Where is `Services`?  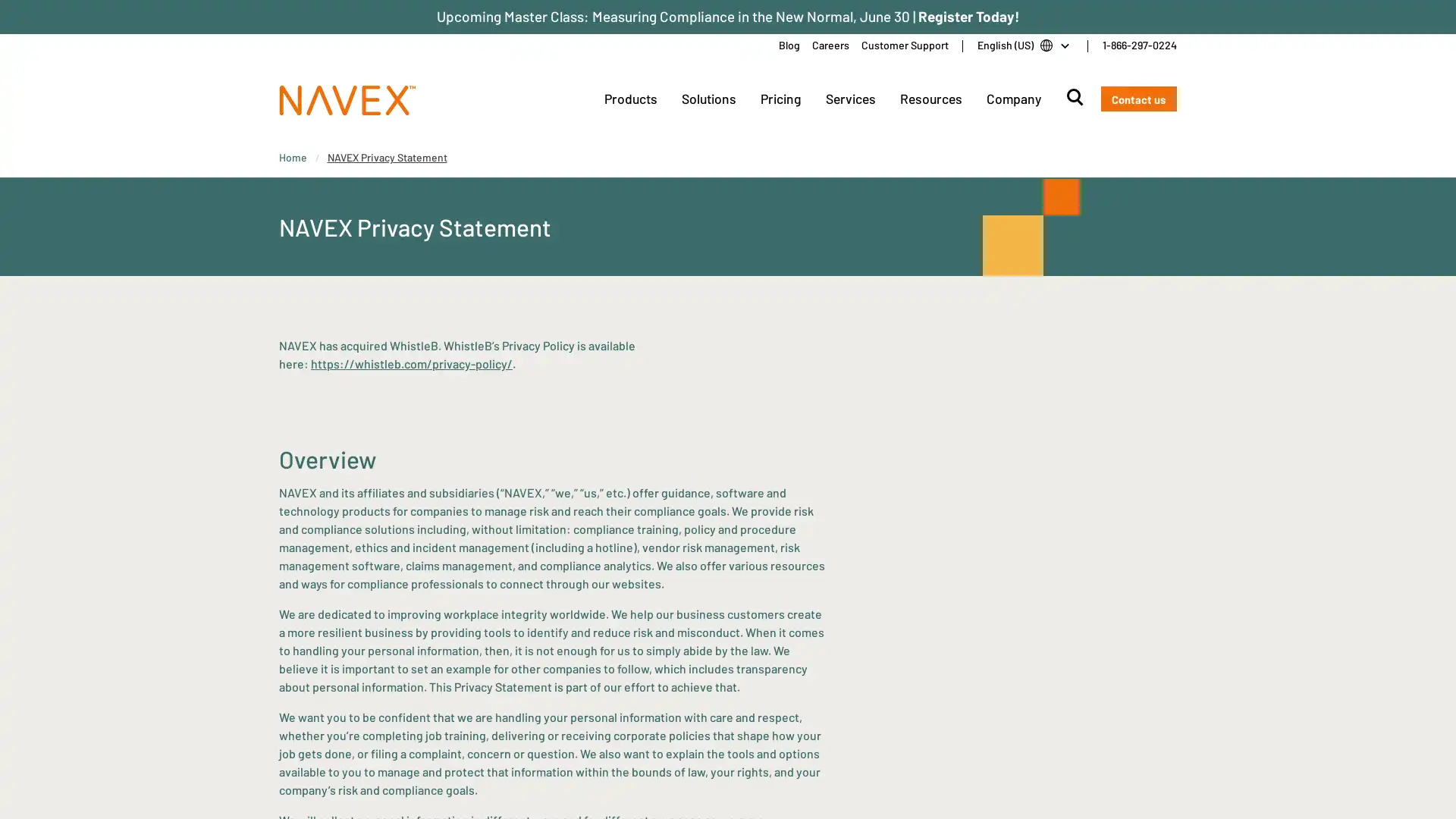 Services is located at coordinates (850, 99).